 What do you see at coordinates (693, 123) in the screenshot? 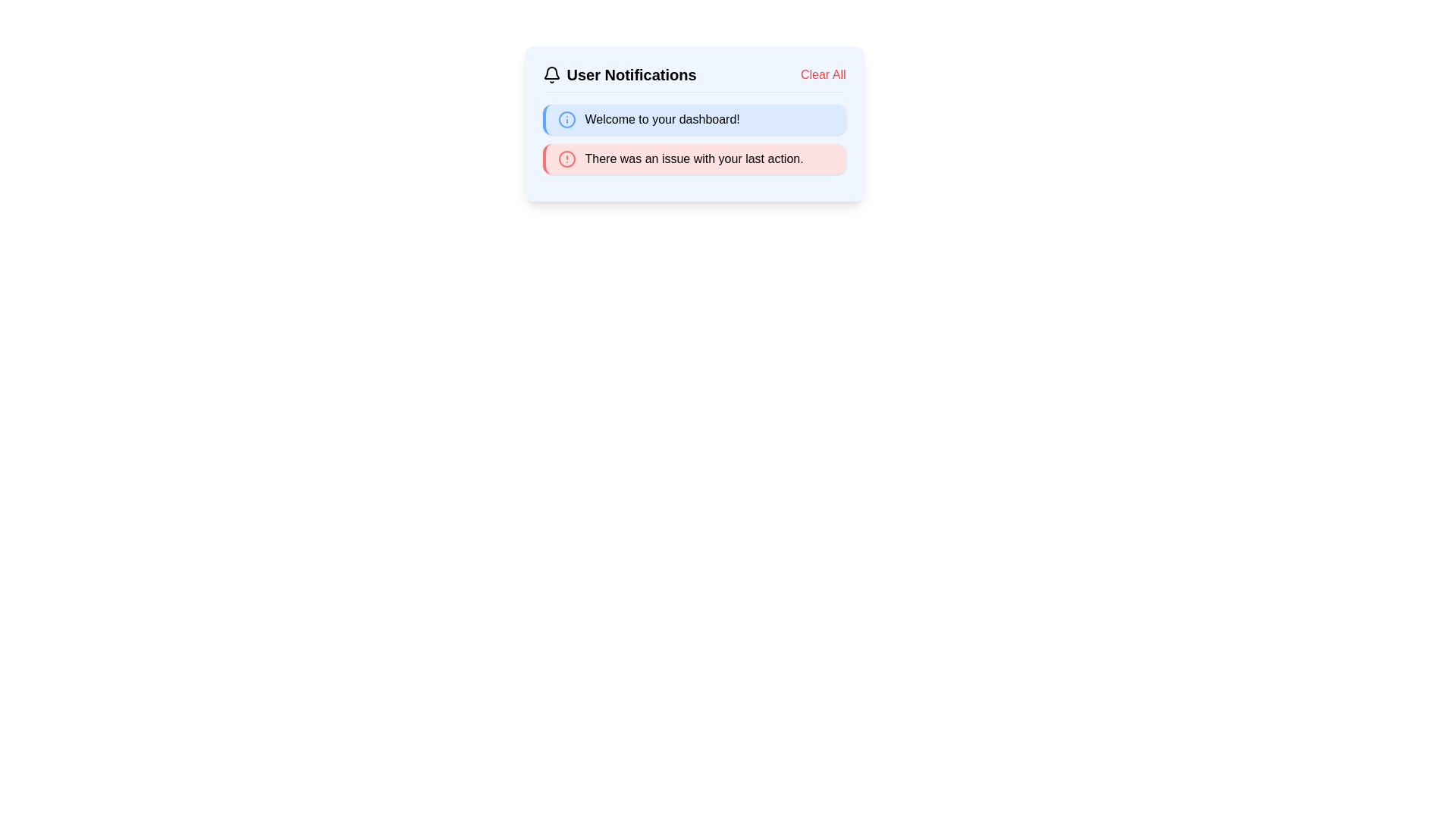
I see `text inside the notification card that says 'Welcome to your dashboard!' which has a light blue background and is the first item in the list of notifications` at bounding box center [693, 123].